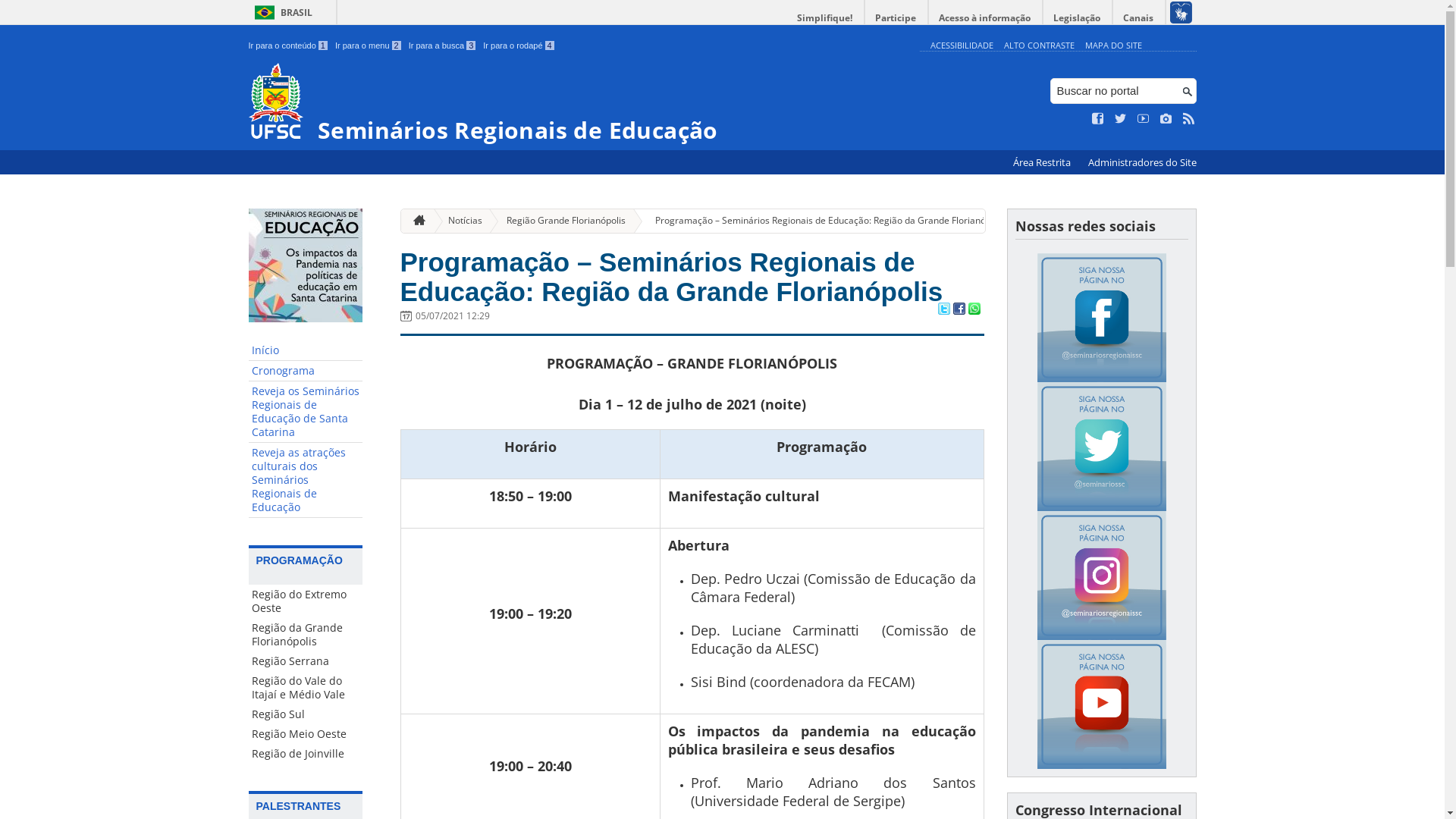 This screenshot has height=819, width=1456. I want to click on 'Curta no Facebook', so click(1098, 118).